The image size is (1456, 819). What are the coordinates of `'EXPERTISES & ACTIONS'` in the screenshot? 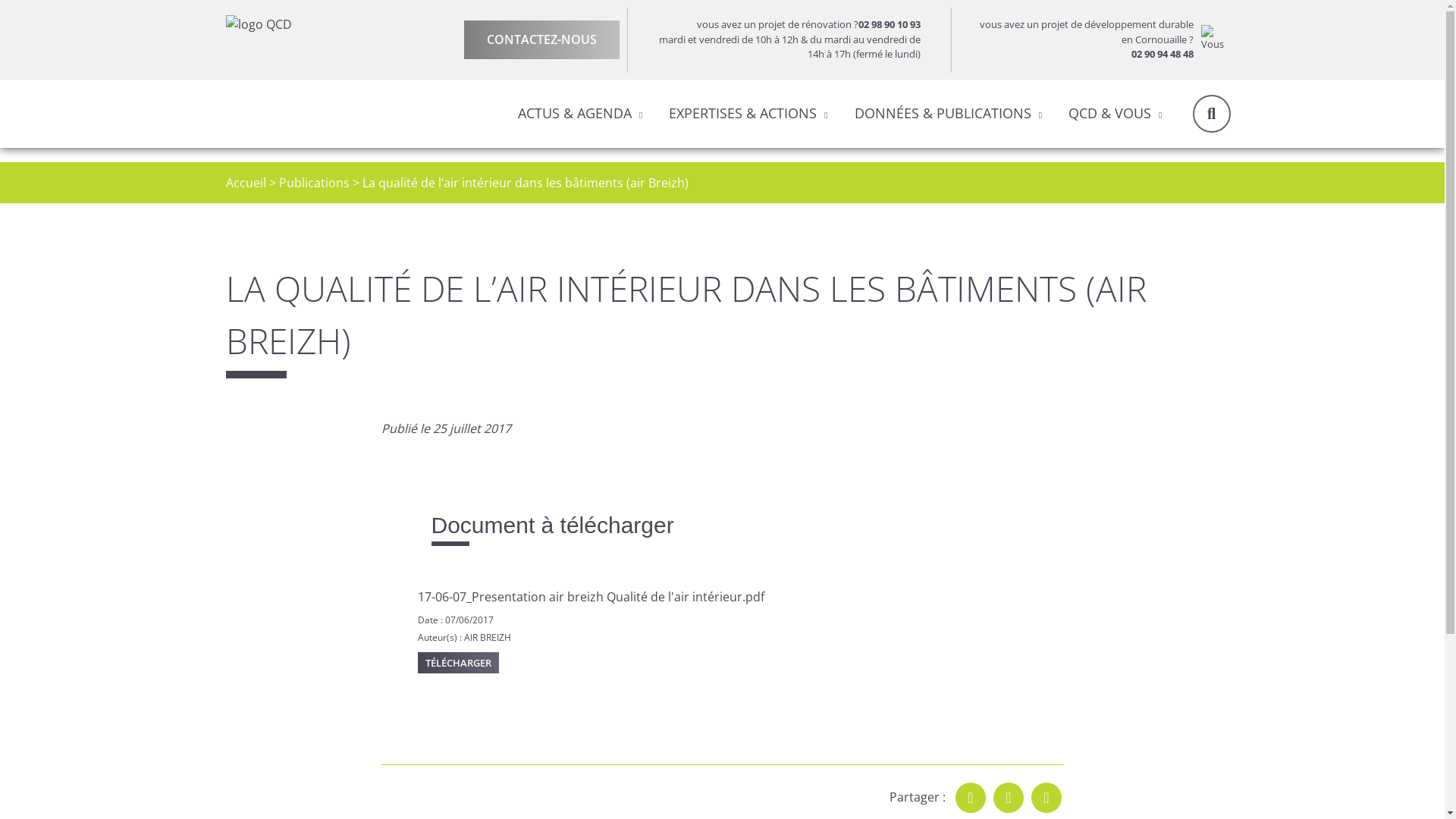 It's located at (742, 112).